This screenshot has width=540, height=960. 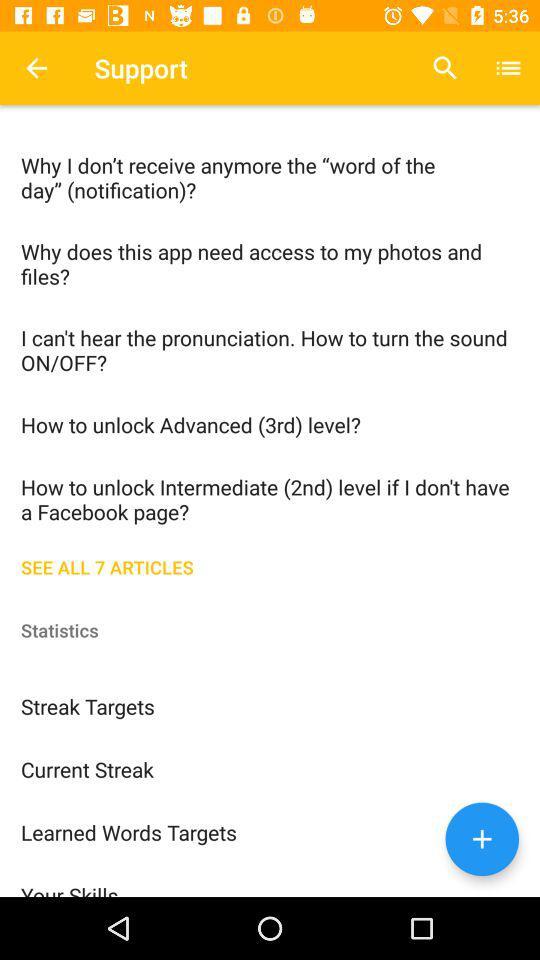 What do you see at coordinates (36, 68) in the screenshot?
I see `the item above faqs icon` at bounding box center [36, 68].